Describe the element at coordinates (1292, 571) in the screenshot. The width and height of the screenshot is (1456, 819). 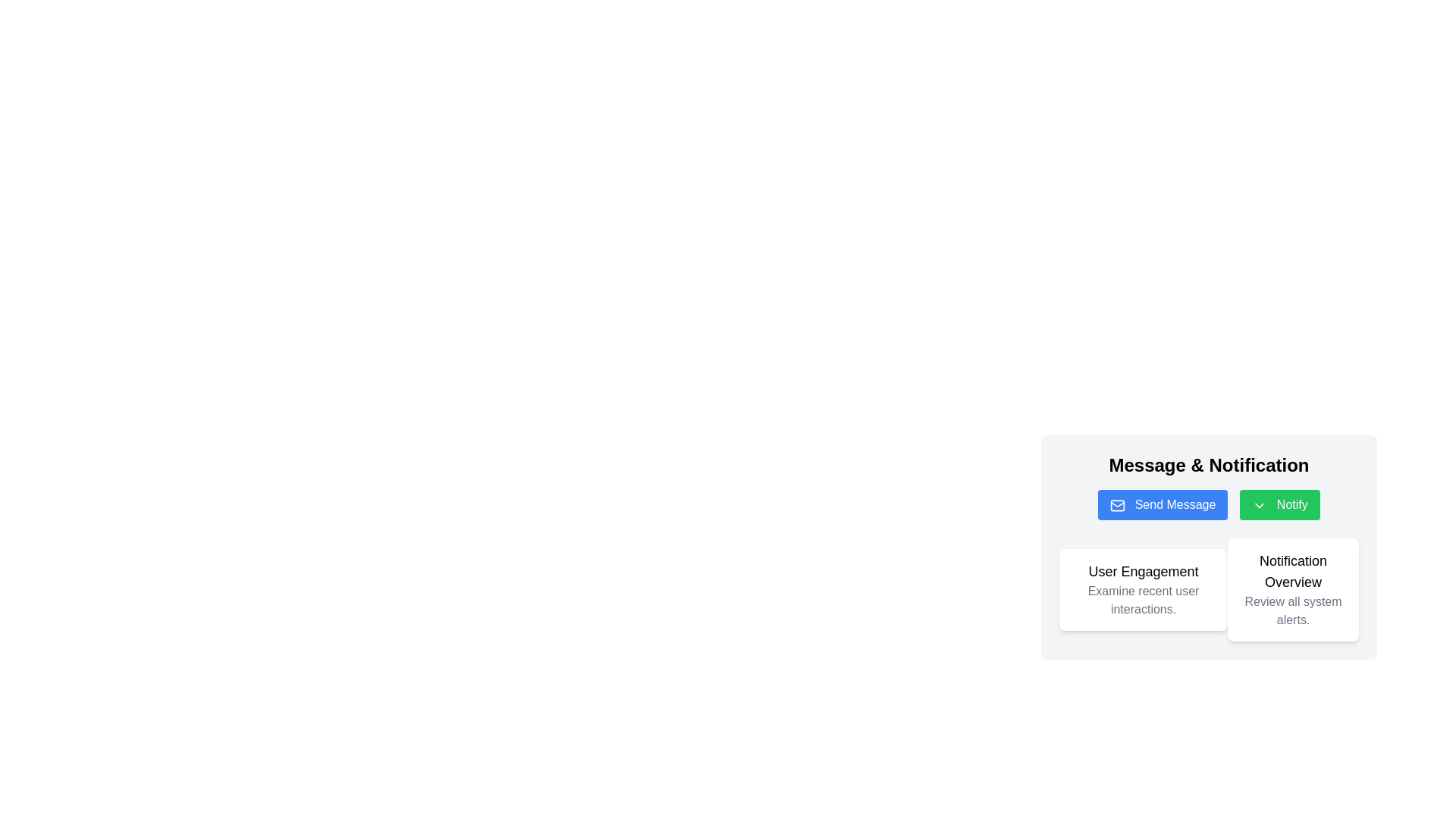
I see `the 'Notification Overview' heading text` at that location.